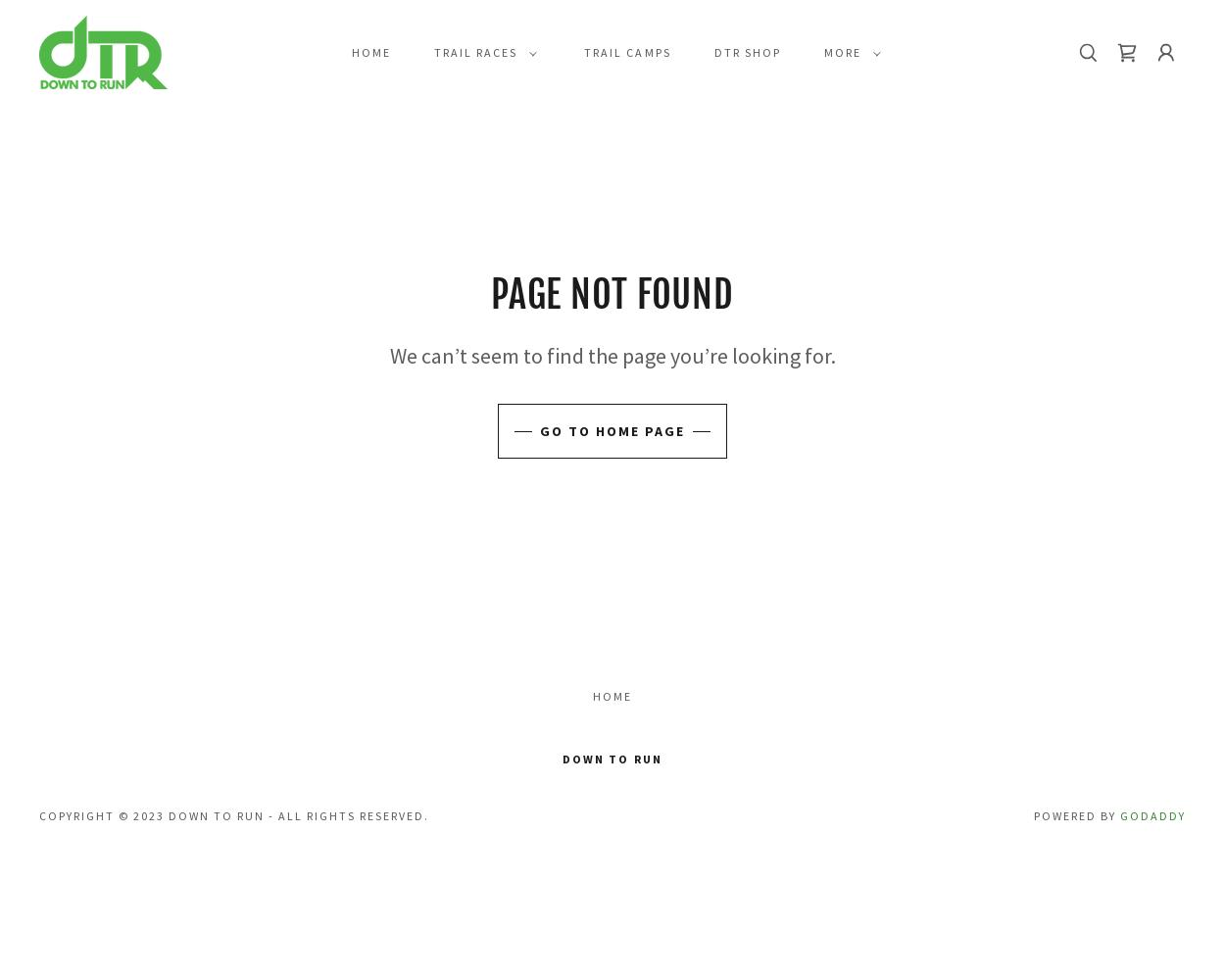  What do you see at coordinates (841, 51) in the screenshot?
I see `'More'` at bounding box center [841, 51].